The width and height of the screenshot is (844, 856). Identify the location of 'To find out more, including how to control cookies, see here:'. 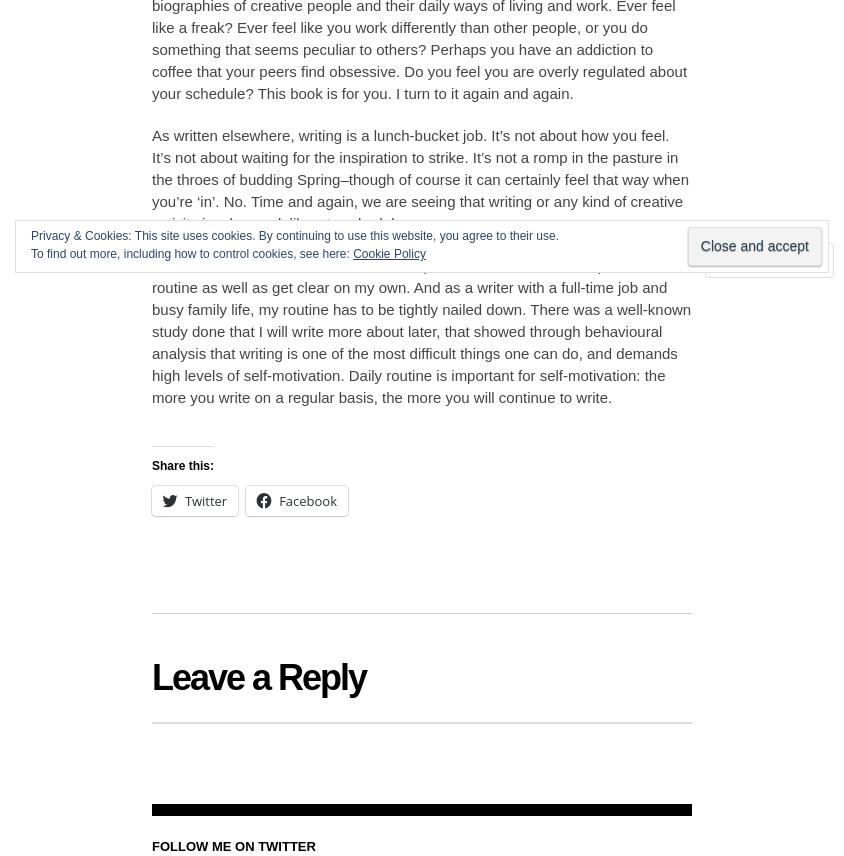
(29, 252).